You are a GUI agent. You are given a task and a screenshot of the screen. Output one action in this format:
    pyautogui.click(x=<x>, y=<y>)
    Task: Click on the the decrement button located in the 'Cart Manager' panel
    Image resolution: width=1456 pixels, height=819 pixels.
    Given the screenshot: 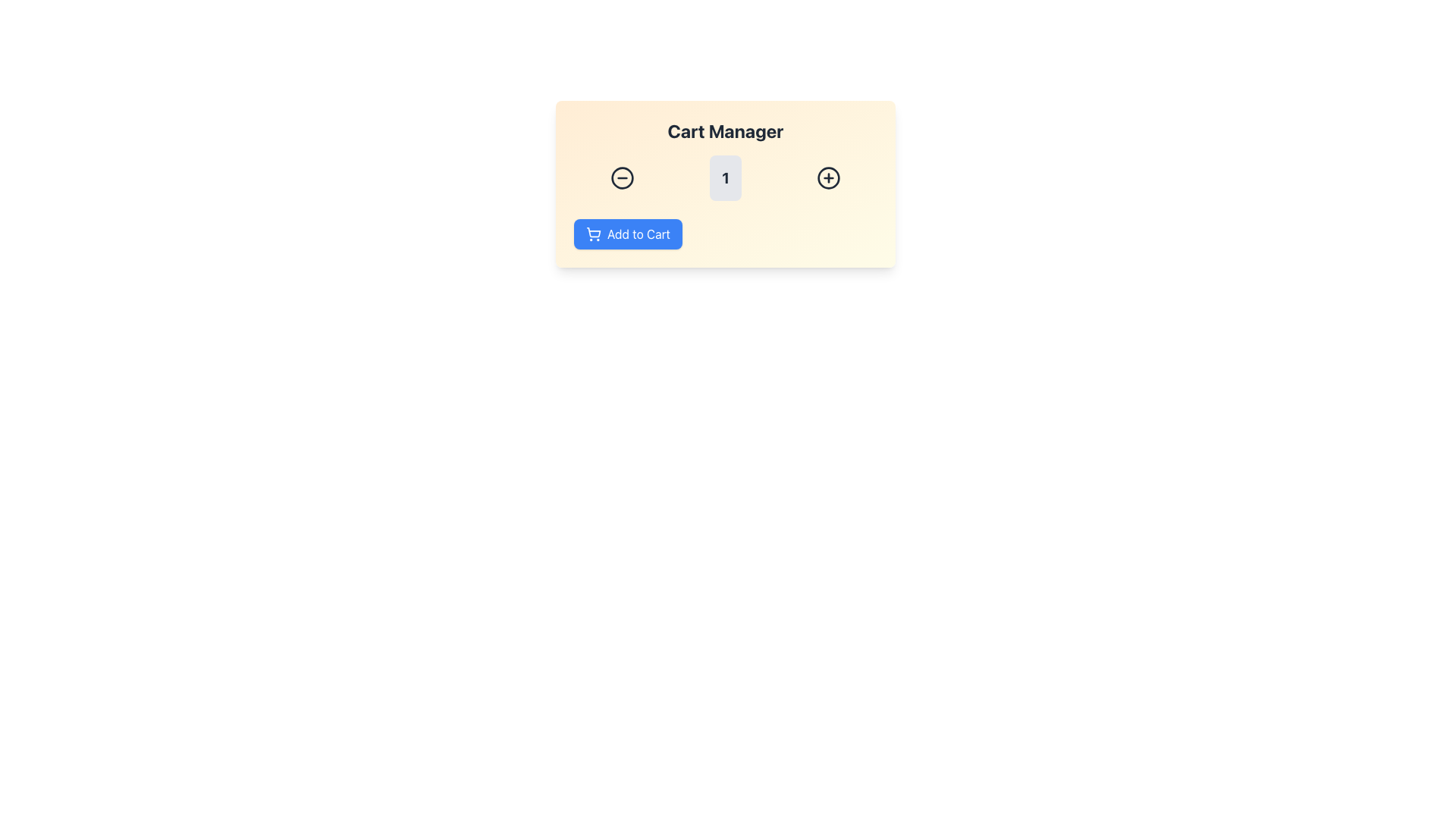 What is the action you would take?
    pyautogui.click(x=622, y=177)
    